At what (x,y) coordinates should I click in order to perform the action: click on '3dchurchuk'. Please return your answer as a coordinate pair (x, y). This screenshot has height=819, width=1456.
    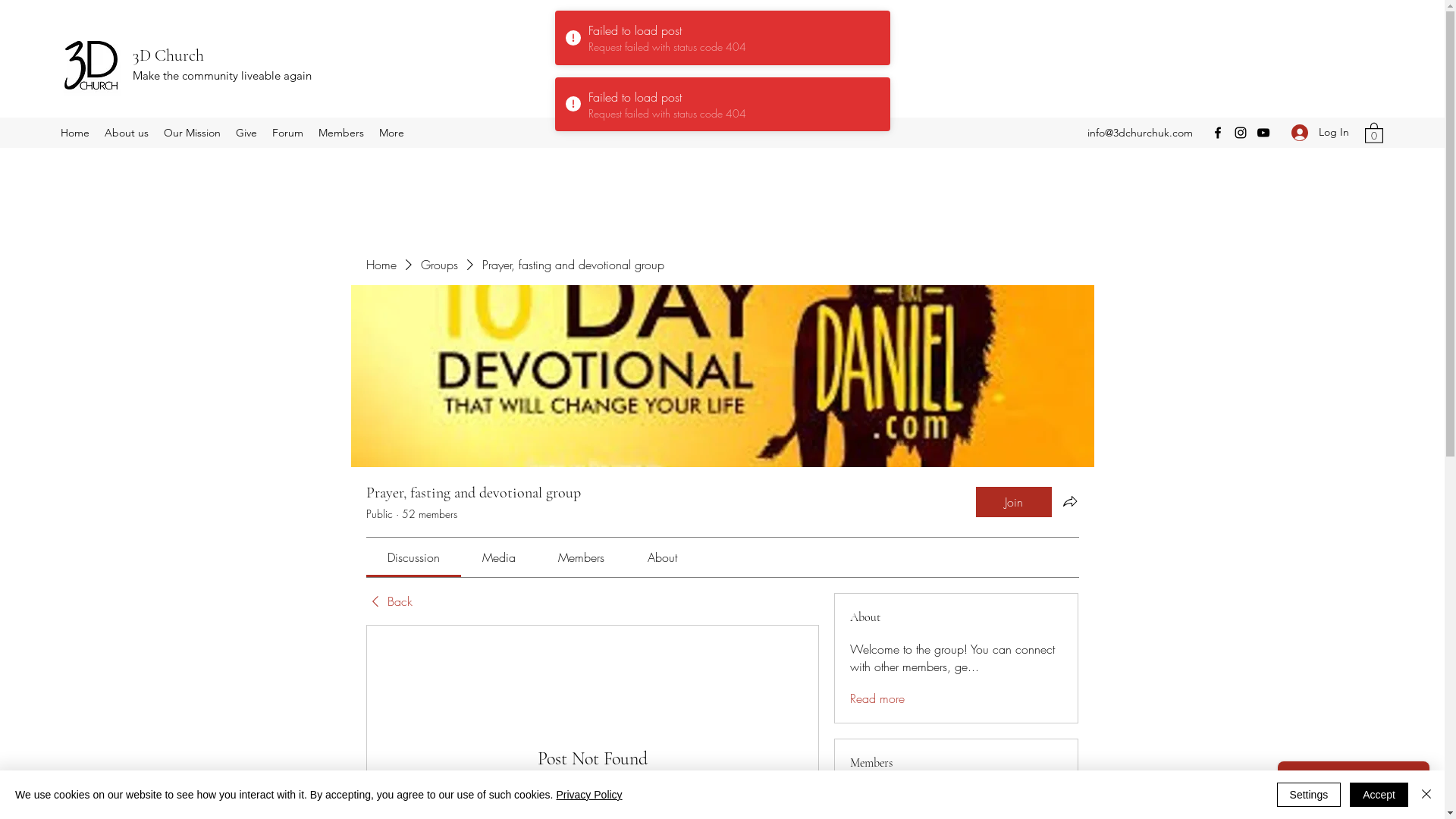
    Looking at the image, I should click on (915, 795).